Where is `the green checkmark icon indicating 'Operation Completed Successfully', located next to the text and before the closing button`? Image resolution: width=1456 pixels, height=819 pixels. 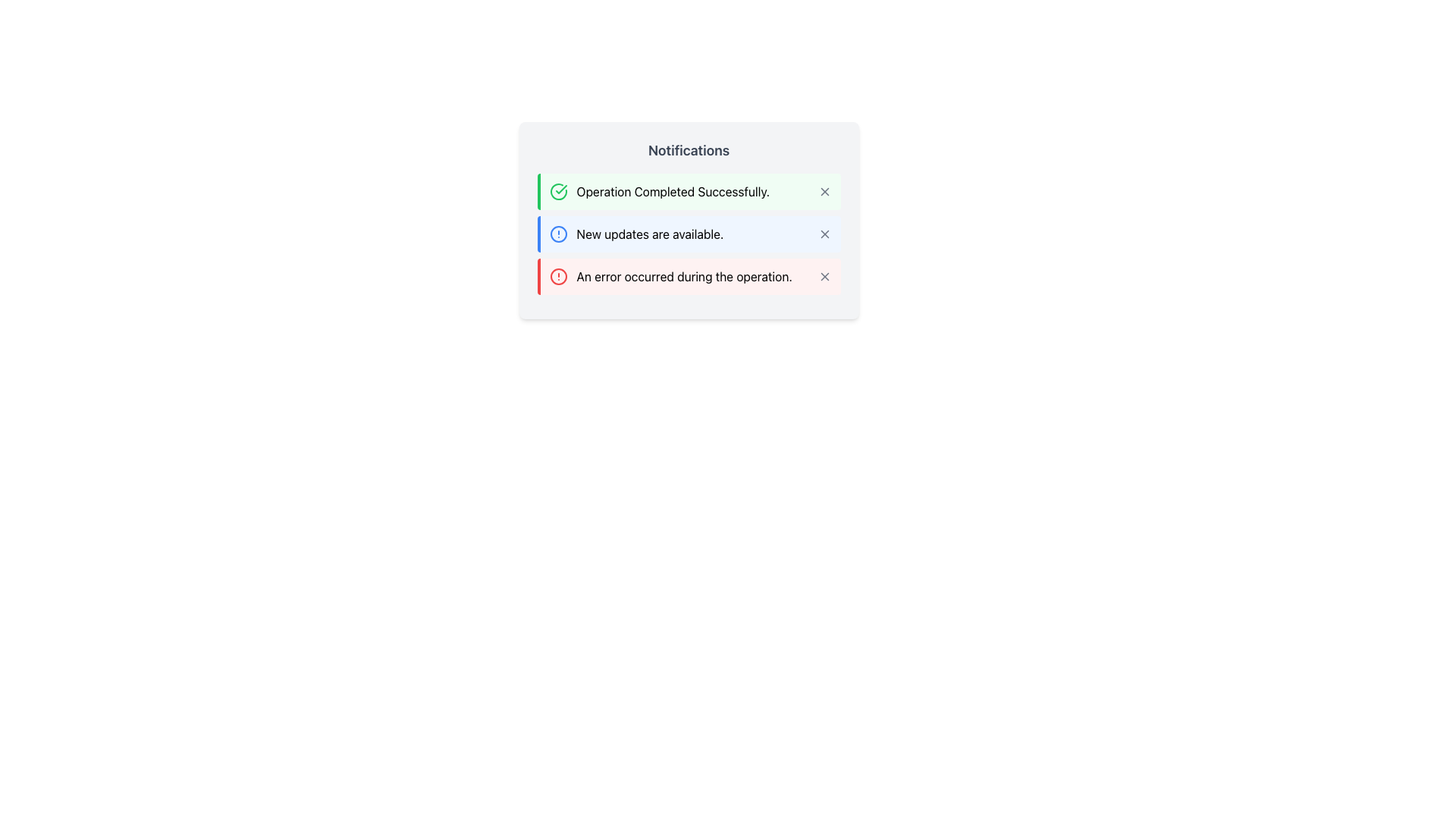 the green checkmark icon indicating 'Operation Completed Successfully', located next to the text and before the closing button is located at coordinates (560, 189).